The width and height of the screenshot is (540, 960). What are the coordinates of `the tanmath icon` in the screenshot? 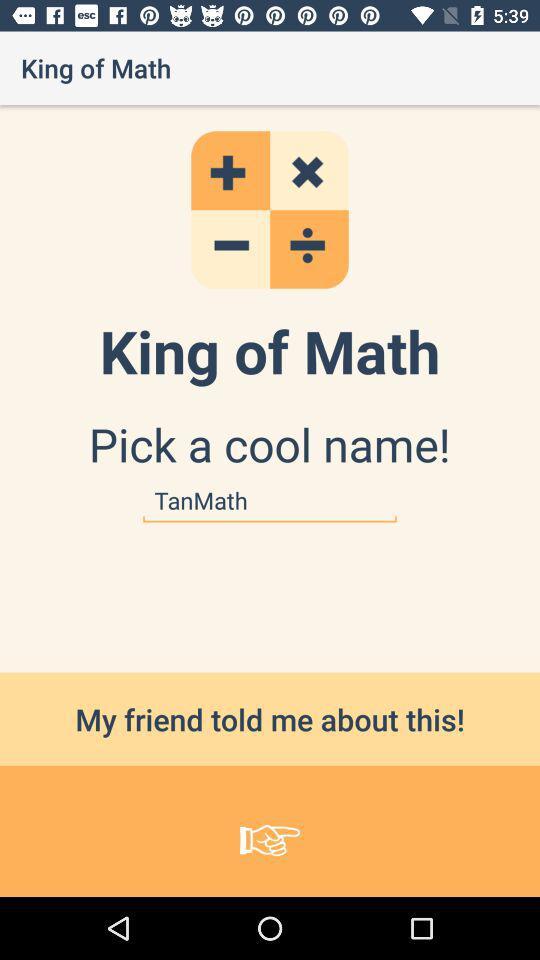 It's located at (270, 500).